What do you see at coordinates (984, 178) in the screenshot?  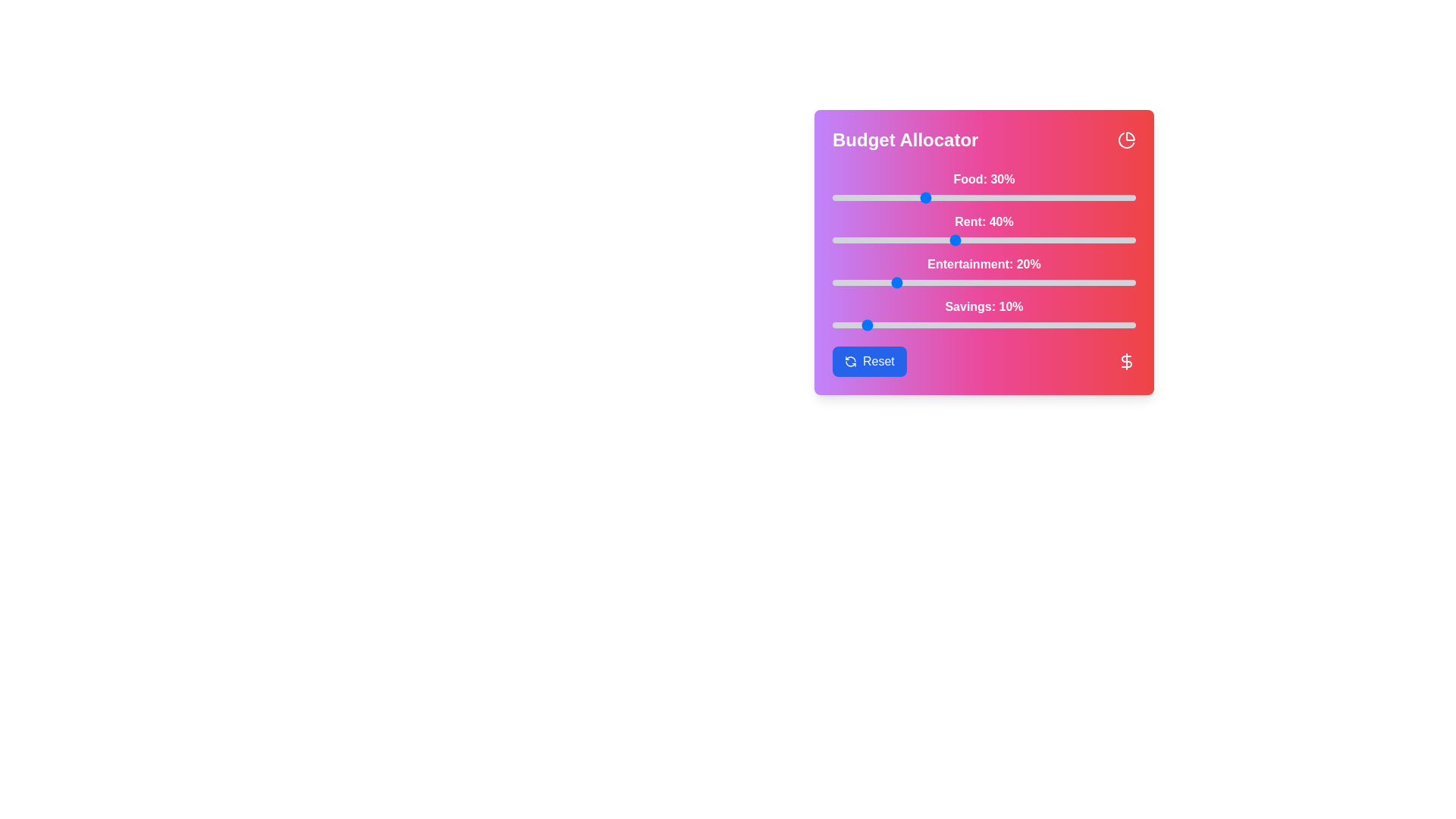 I see `the text label displaying 'Food: 30%' in bold white font, which is located within a gradient background of purple to red, near the top of the 'Budget Allocator' box` at bounding box center [984, 178].